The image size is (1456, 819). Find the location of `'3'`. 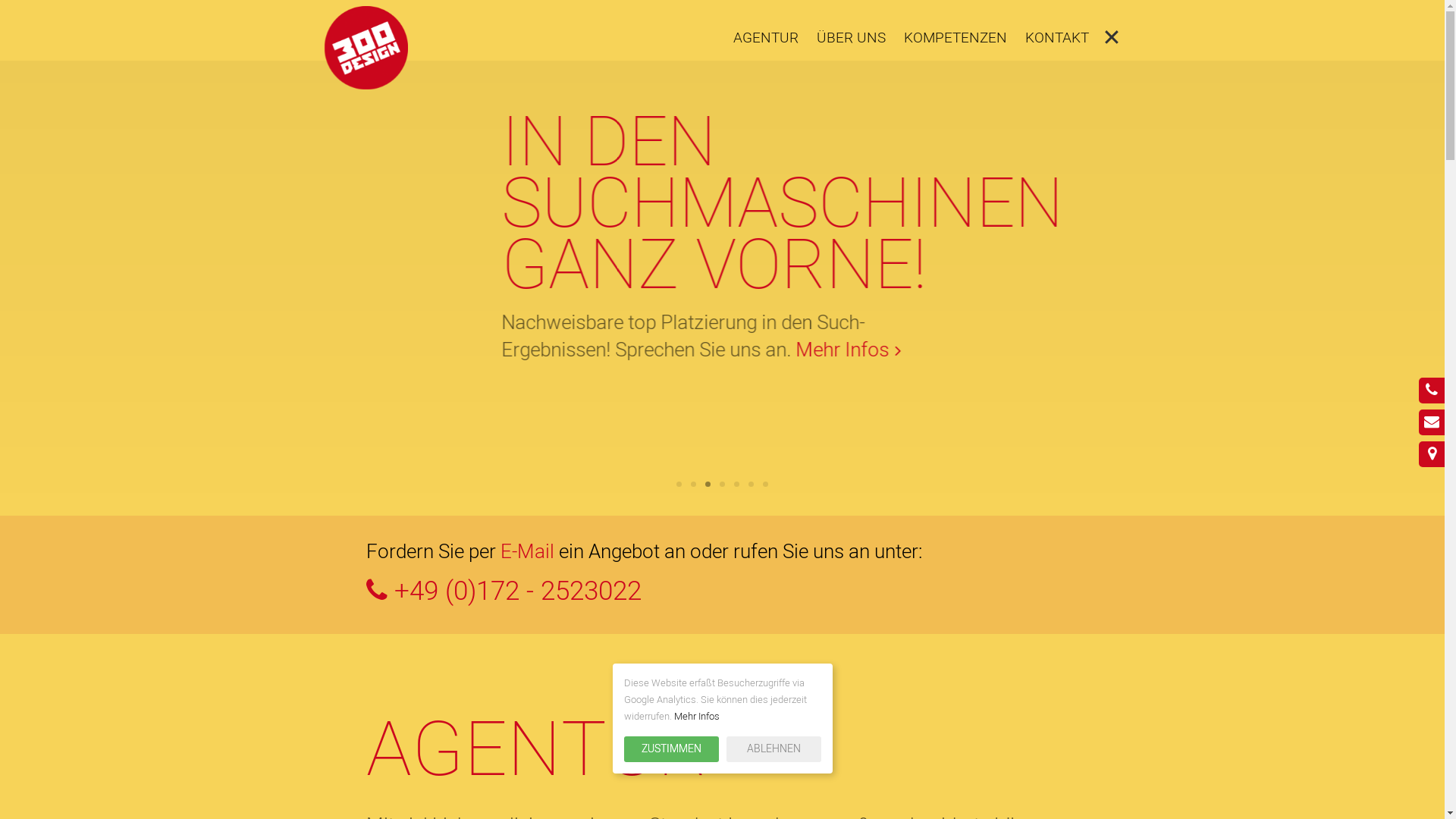

'3' is located at coordinates (704, 484).